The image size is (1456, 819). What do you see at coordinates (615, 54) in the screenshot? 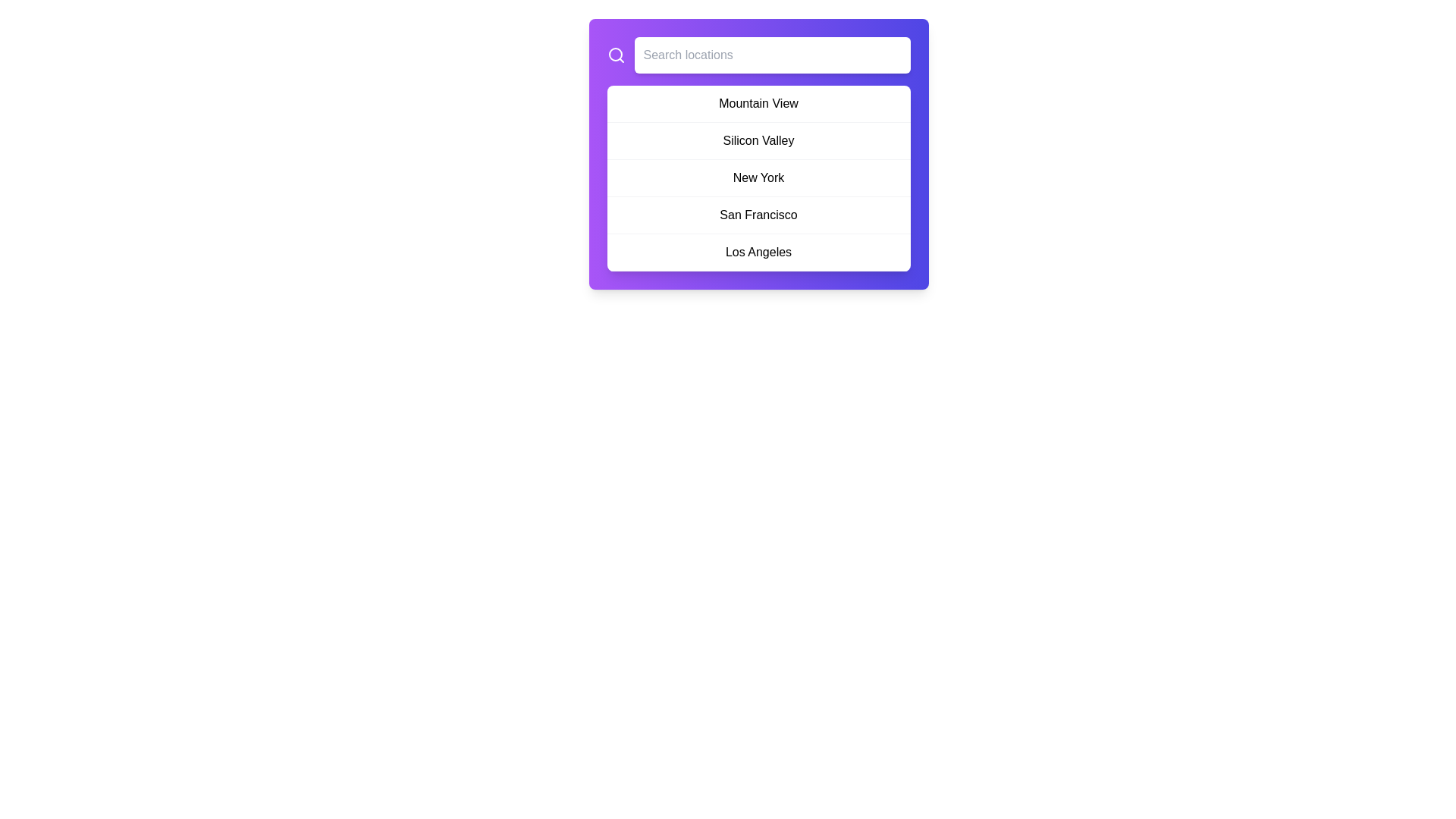
I see `the graphical part of the search icon, which symbolizes the lens of the magnifying glass and is located to the left of the input field labeled 'Search locations'` at bounding box center [615, 54].